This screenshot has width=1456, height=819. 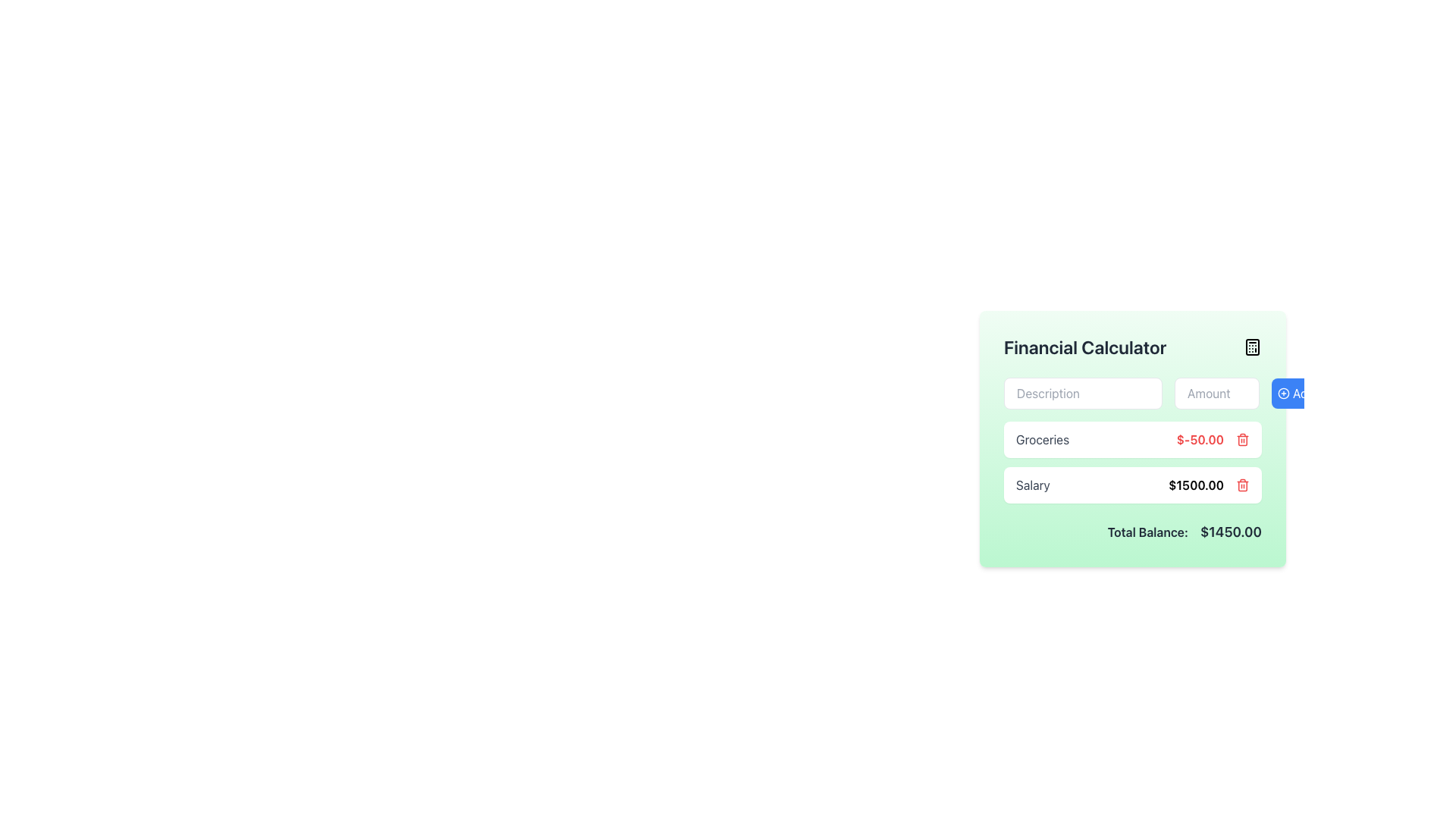 I want to click on the 'Add' button with a blue background and white text, located at the rightmost end of the row in the financial calculator interface, so click(x=1295, y=393).